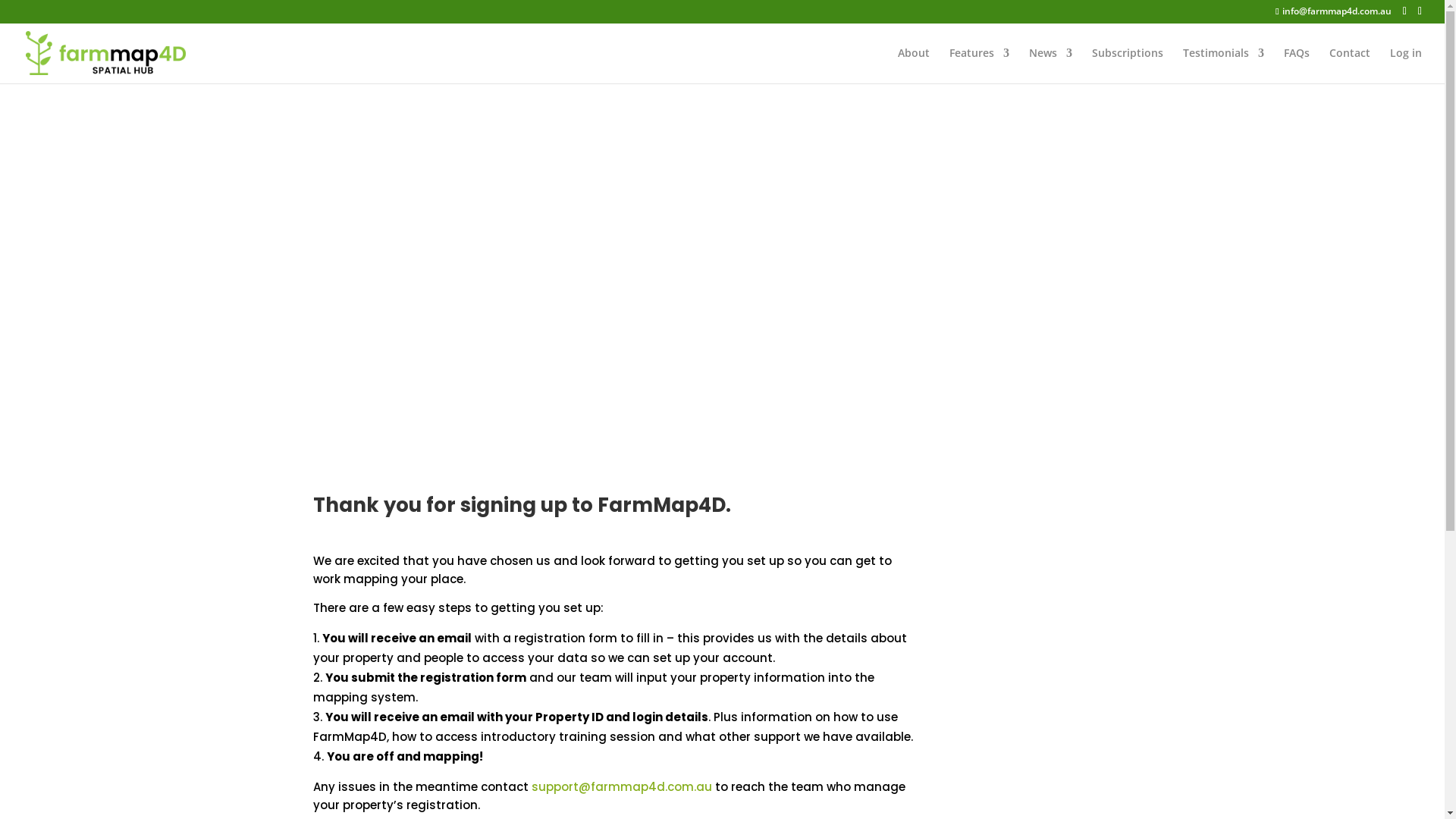  Describe the element at coordinates (1332, 11) in the screenshot. I see `'info@farmmap4d.com.au'` at that location.